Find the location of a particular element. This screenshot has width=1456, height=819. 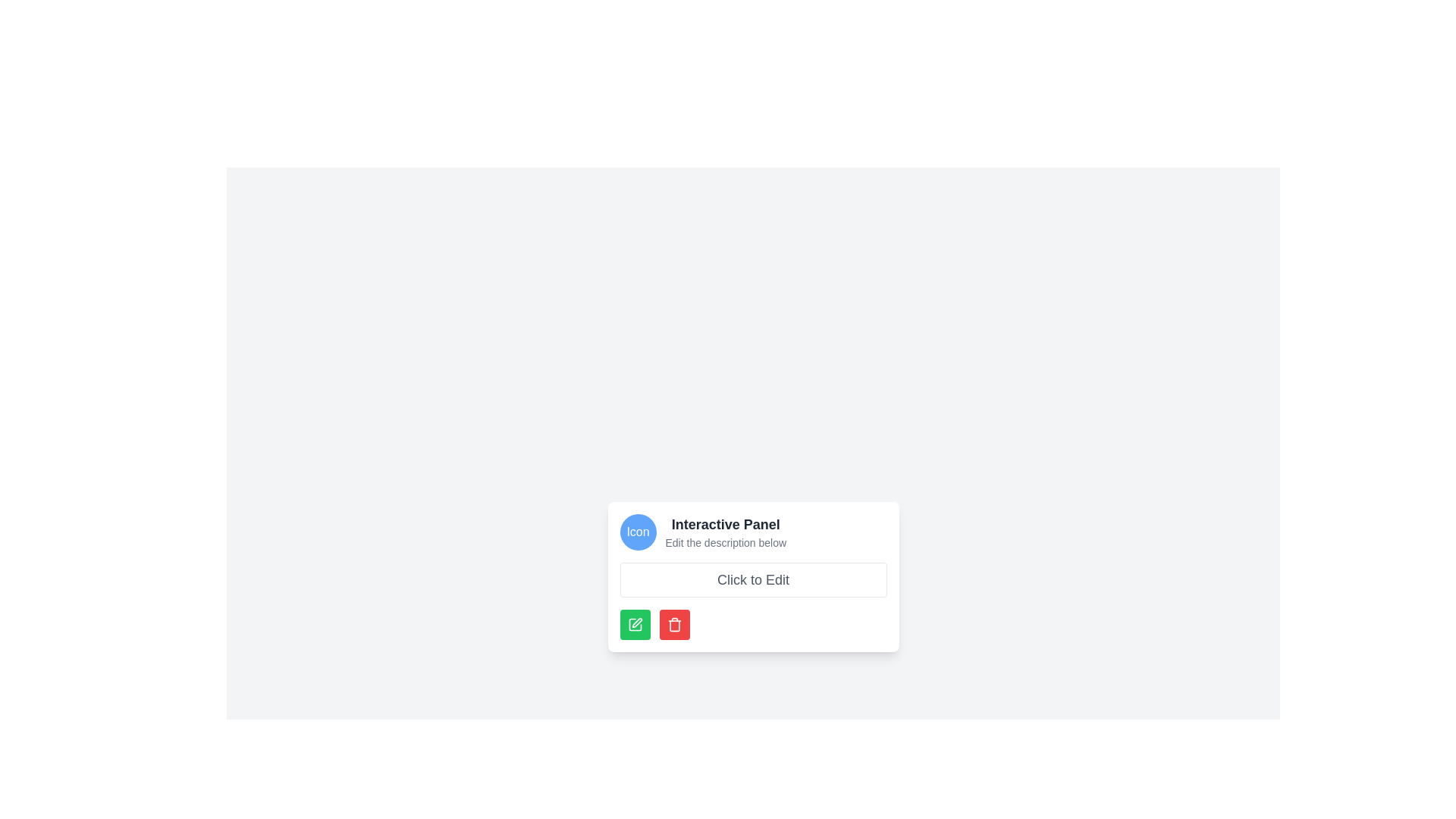

the horizontal button group containing a green pen icon button and a red trash icon button is located at coordinates (753, 625).